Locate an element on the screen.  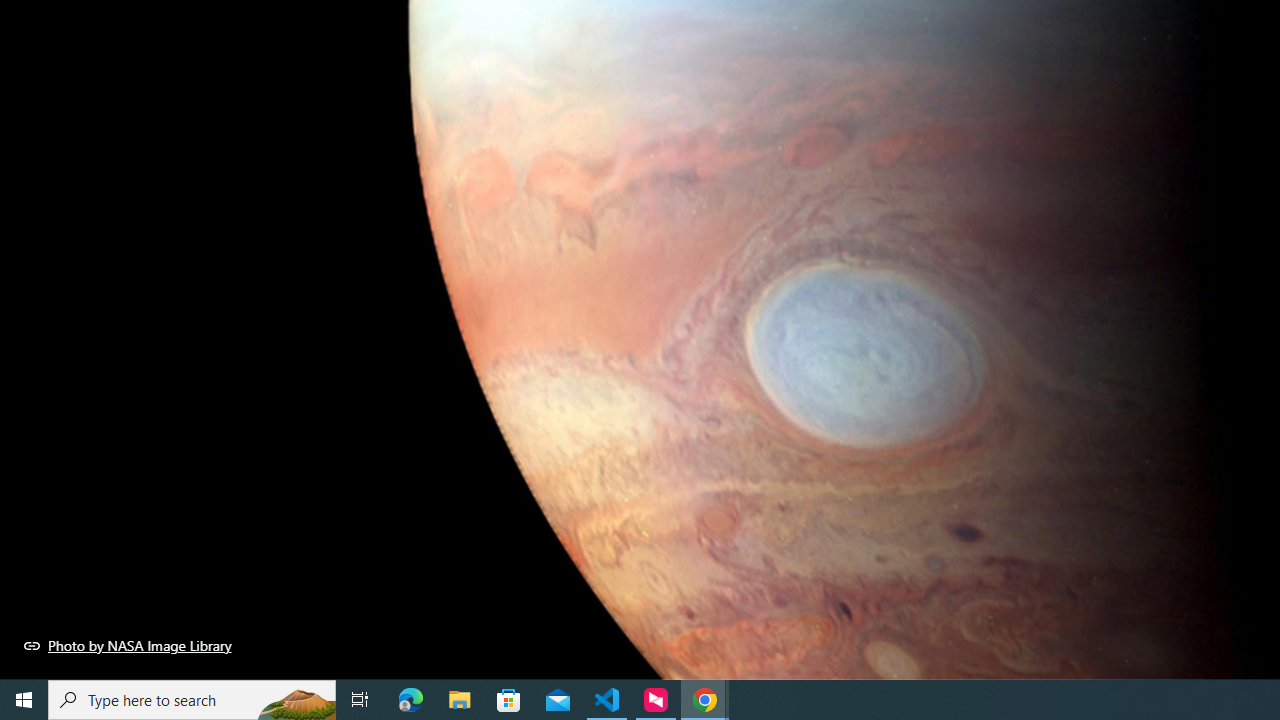
'Photo by NASA Image Library' is located at coordinates (127, 645).